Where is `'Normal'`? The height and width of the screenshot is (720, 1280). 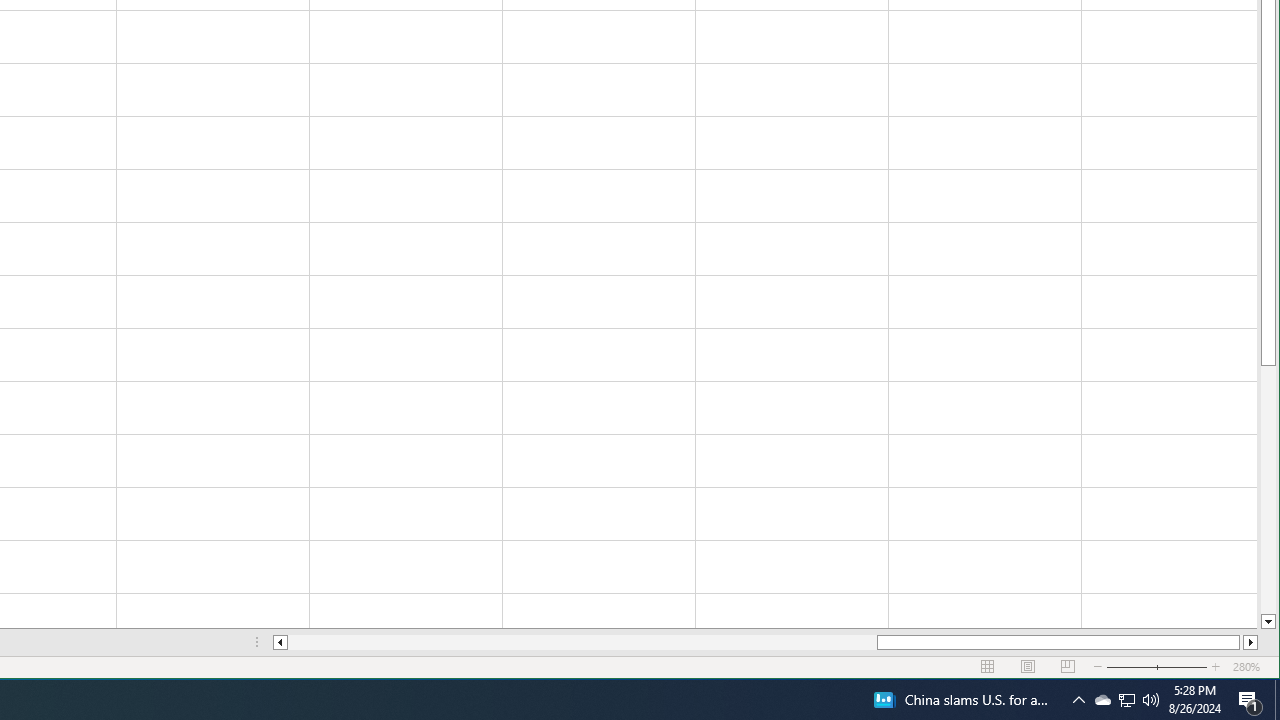 'Normal' is located at coordinates (988, 667).